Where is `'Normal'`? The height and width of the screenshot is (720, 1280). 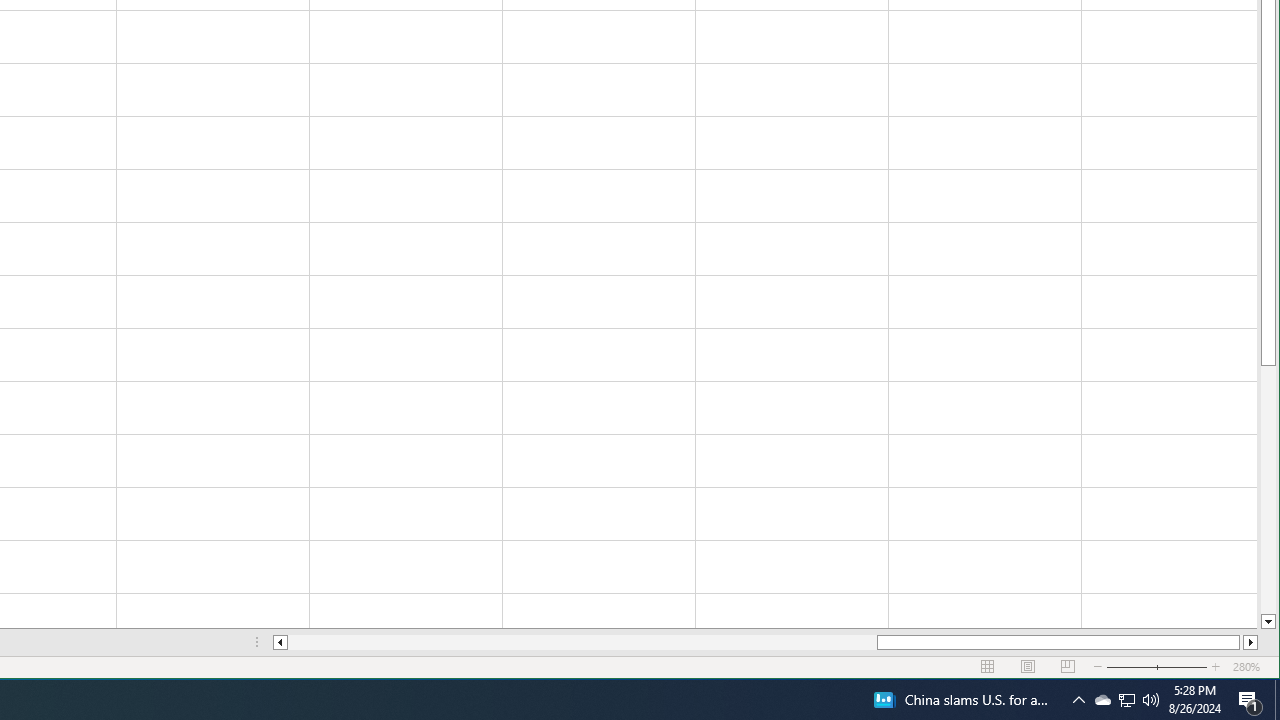 'Normal' is located at coordinates (988, 667).